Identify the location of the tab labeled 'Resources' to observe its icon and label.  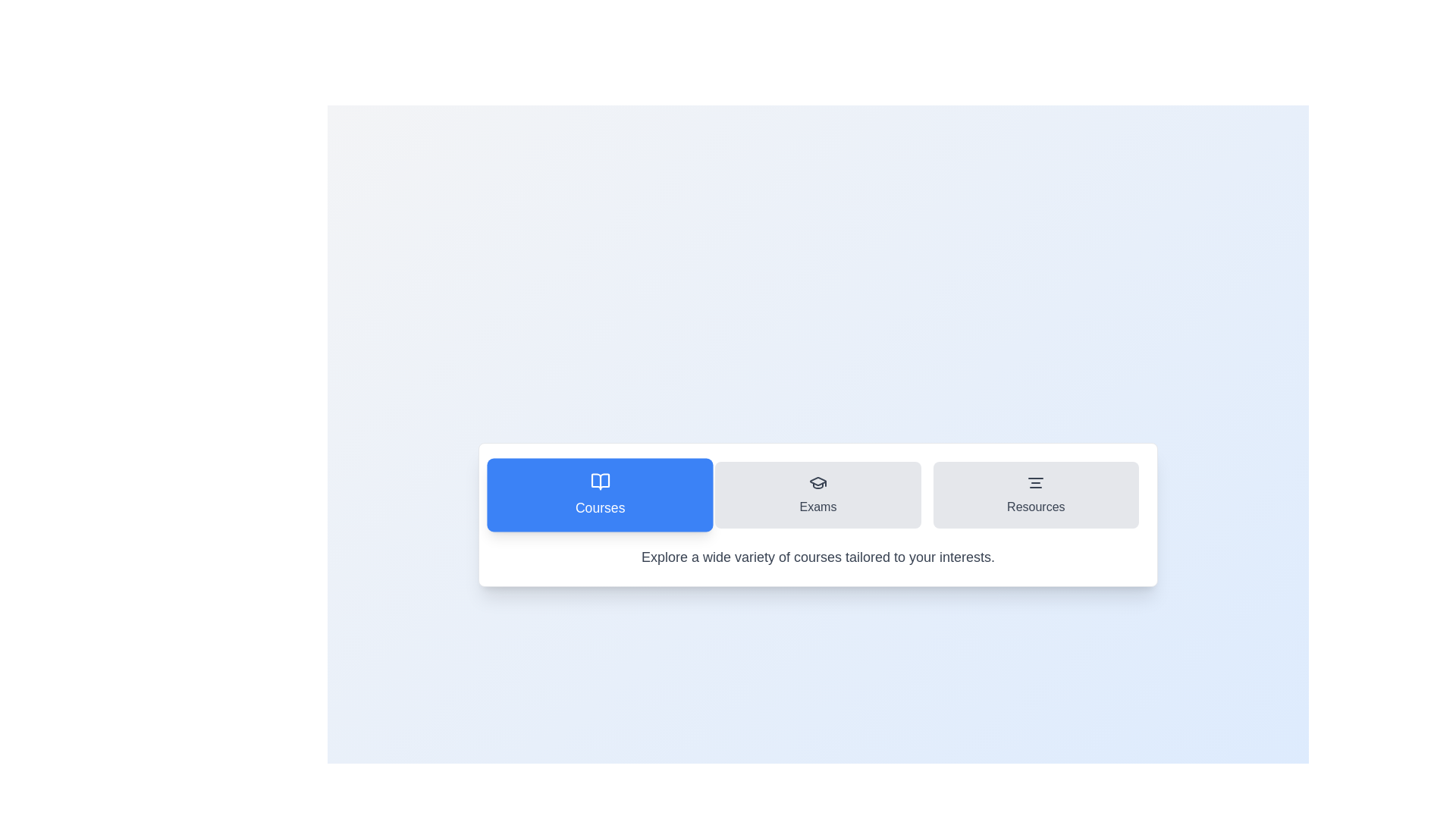
(1035, 494).